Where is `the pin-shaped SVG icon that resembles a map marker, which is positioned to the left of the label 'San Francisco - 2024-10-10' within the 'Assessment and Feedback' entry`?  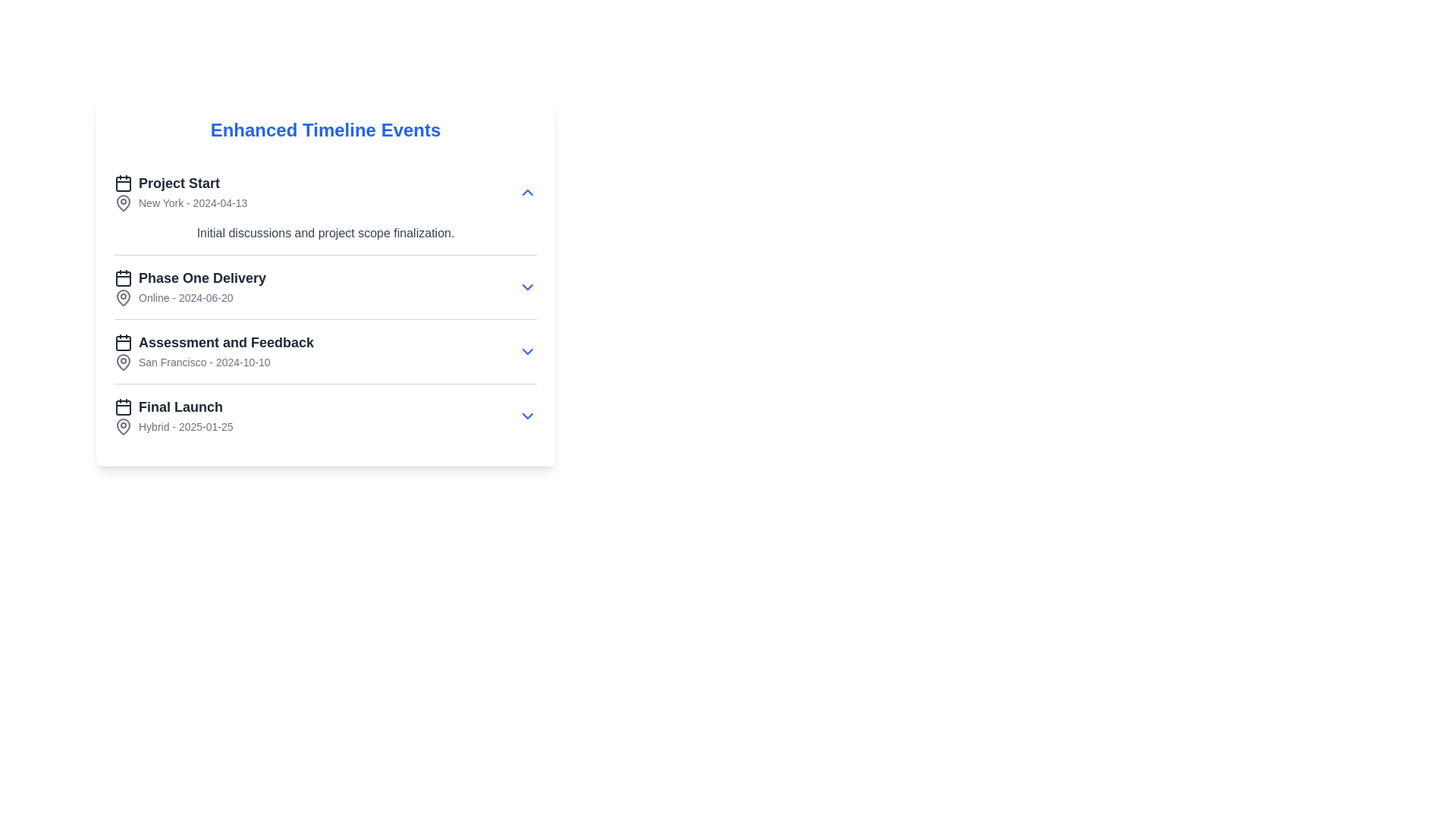 the pin-shaped SVG icon that resembles a map marker, which is positioned to the left of the label 'San Francisco - 2024-10-10' within the 'Assessment and Feedback' entry is located at coordinates (124, 362).